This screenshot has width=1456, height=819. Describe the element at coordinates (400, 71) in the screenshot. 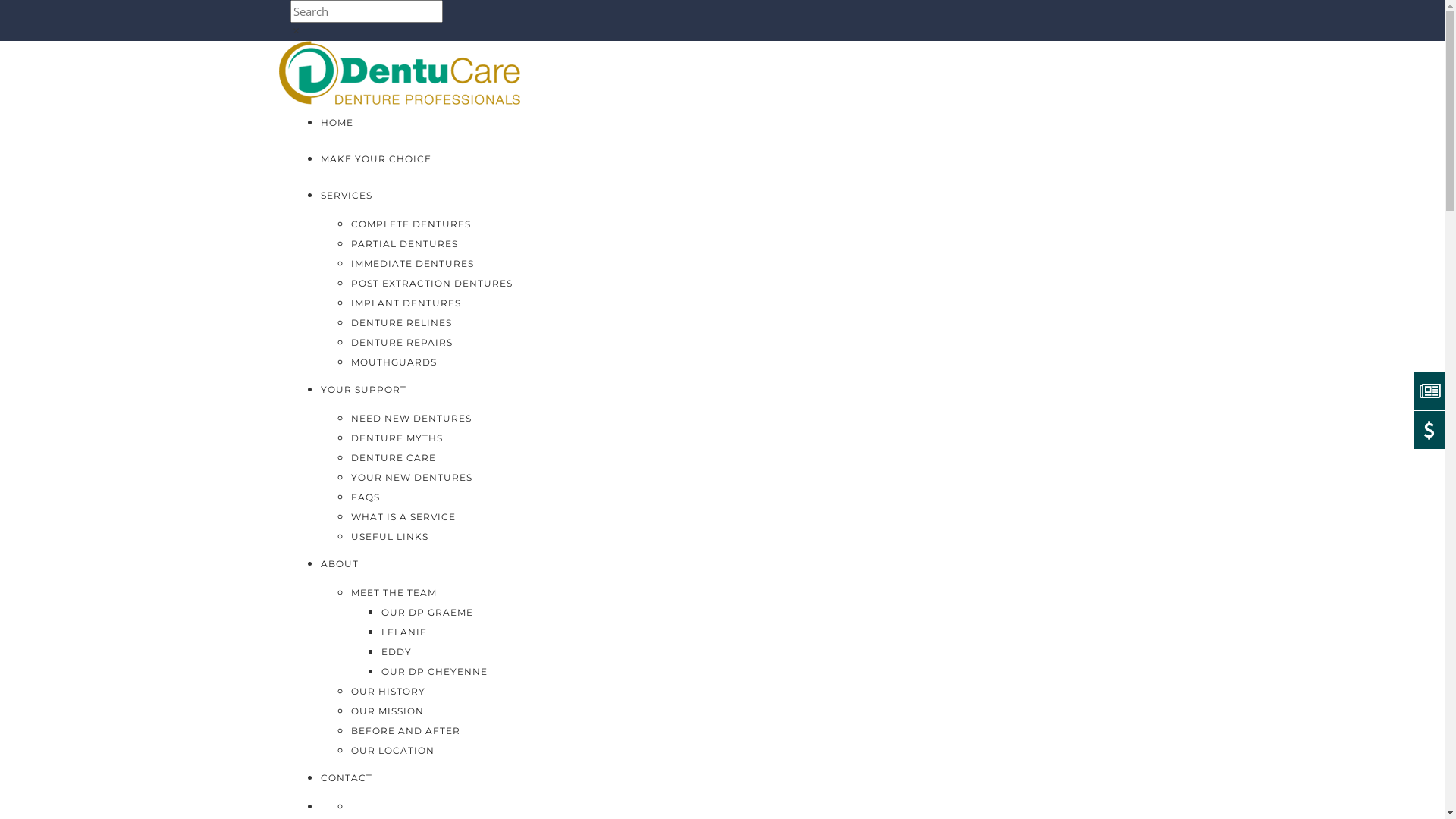

I see `'DentuCare'` at that location.